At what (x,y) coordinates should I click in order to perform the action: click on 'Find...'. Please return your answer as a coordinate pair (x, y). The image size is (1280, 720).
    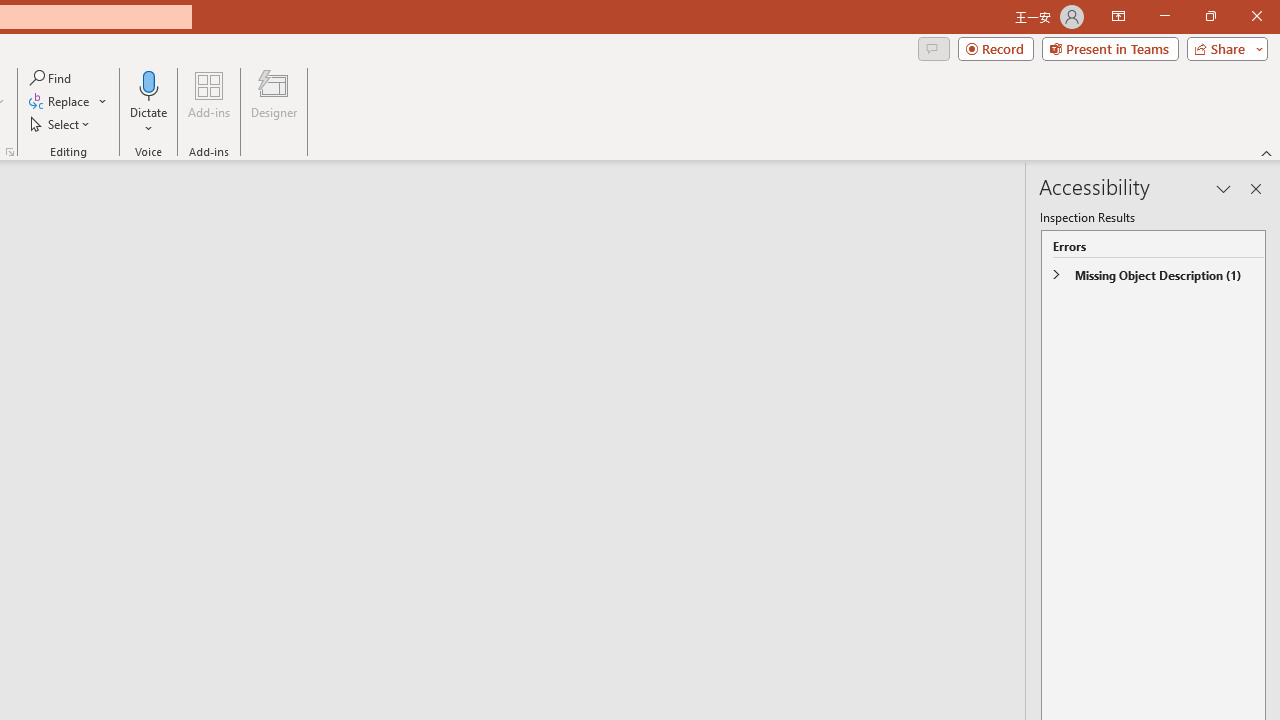
    Looking at the image, I should click on (51, 77).